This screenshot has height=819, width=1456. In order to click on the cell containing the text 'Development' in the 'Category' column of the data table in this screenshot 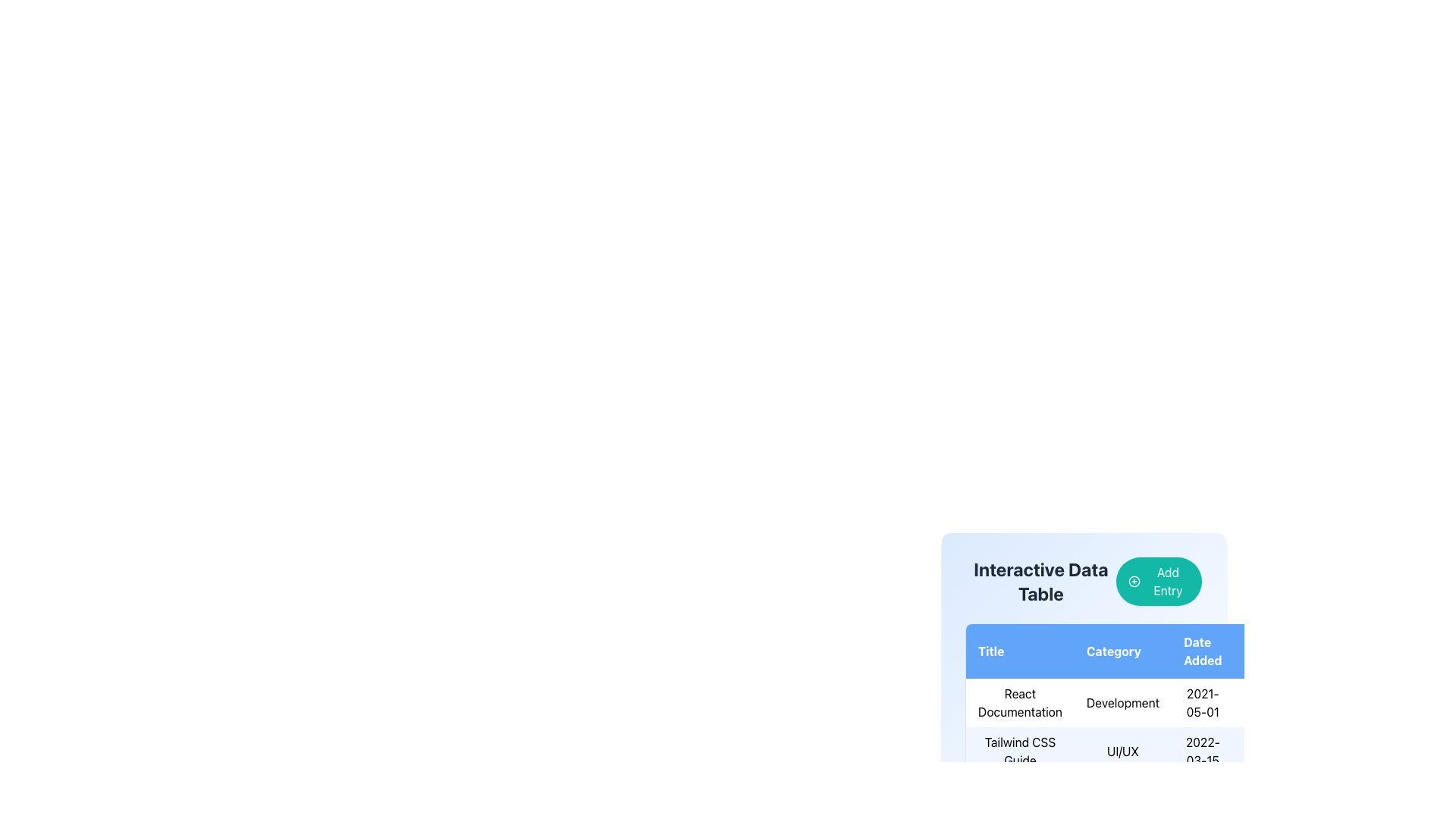, I will do `click(1122, 702)`.